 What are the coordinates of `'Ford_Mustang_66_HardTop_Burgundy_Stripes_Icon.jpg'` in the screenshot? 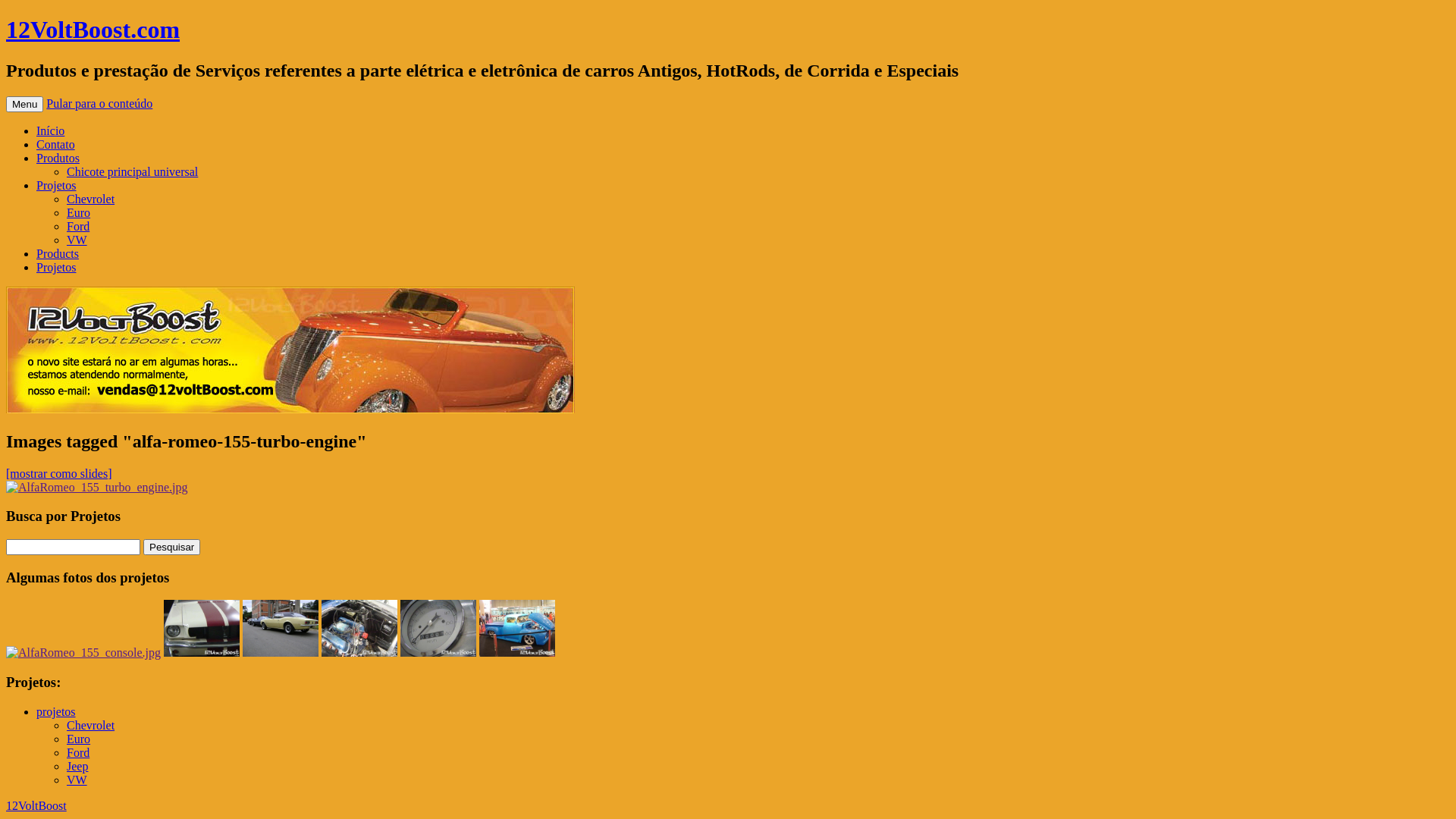 It's located at (200, 628).